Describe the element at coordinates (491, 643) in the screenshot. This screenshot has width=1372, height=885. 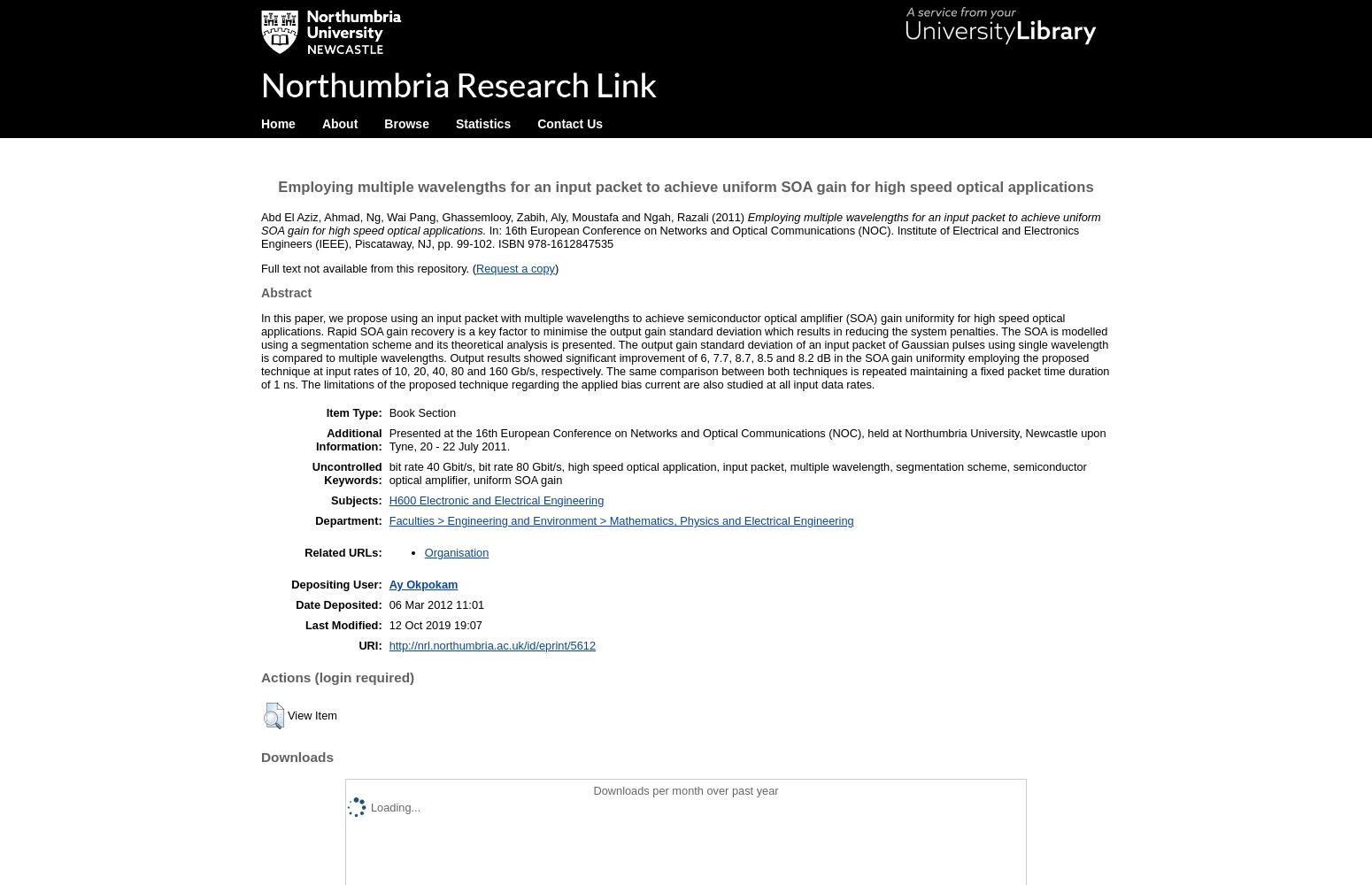
I see `'http://nrl.northumbria.ac.uk/id/eprint/5612'` at that location.